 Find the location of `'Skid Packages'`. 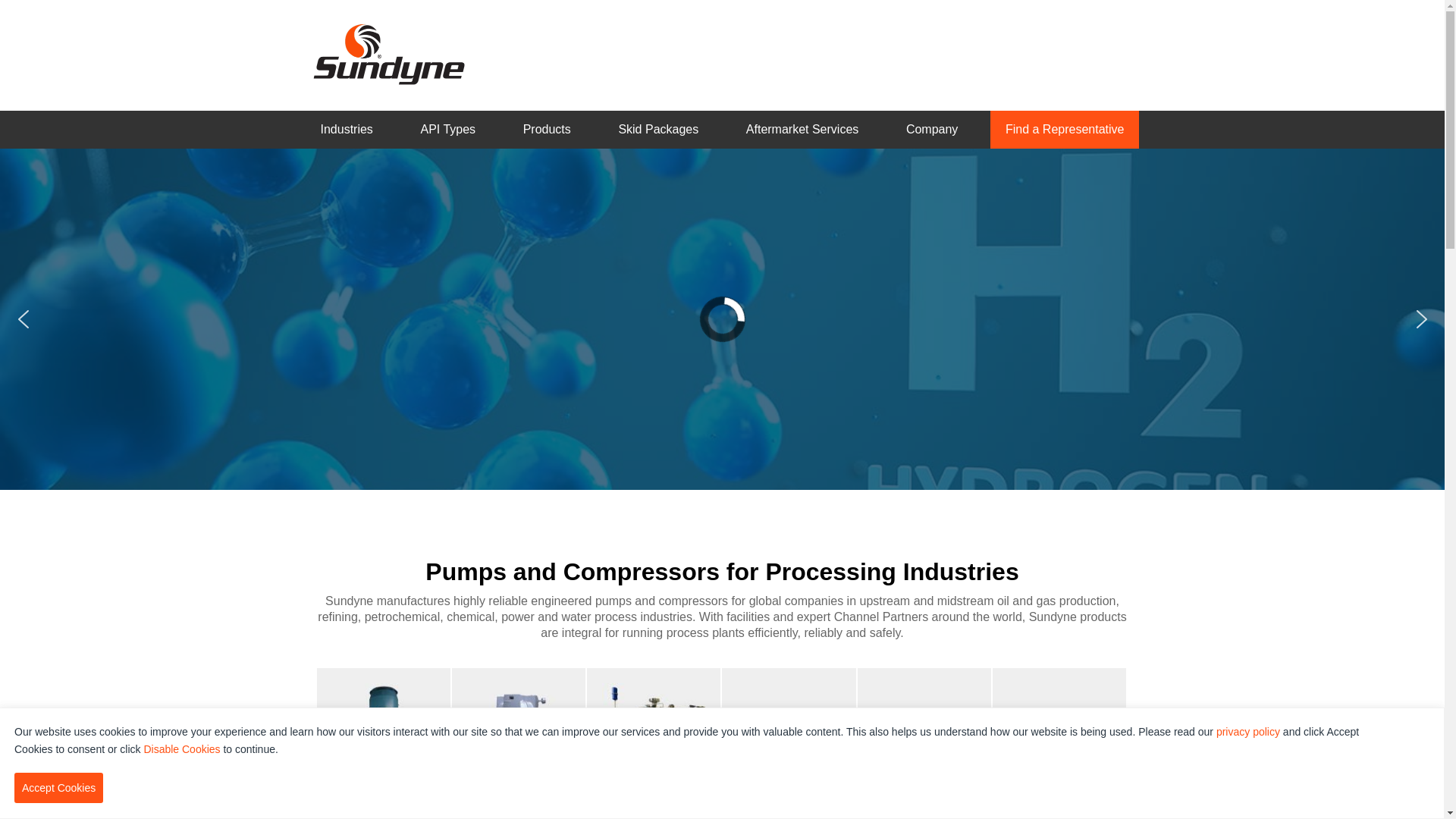

'Skid Packages' is located at coordinates (658, 129).